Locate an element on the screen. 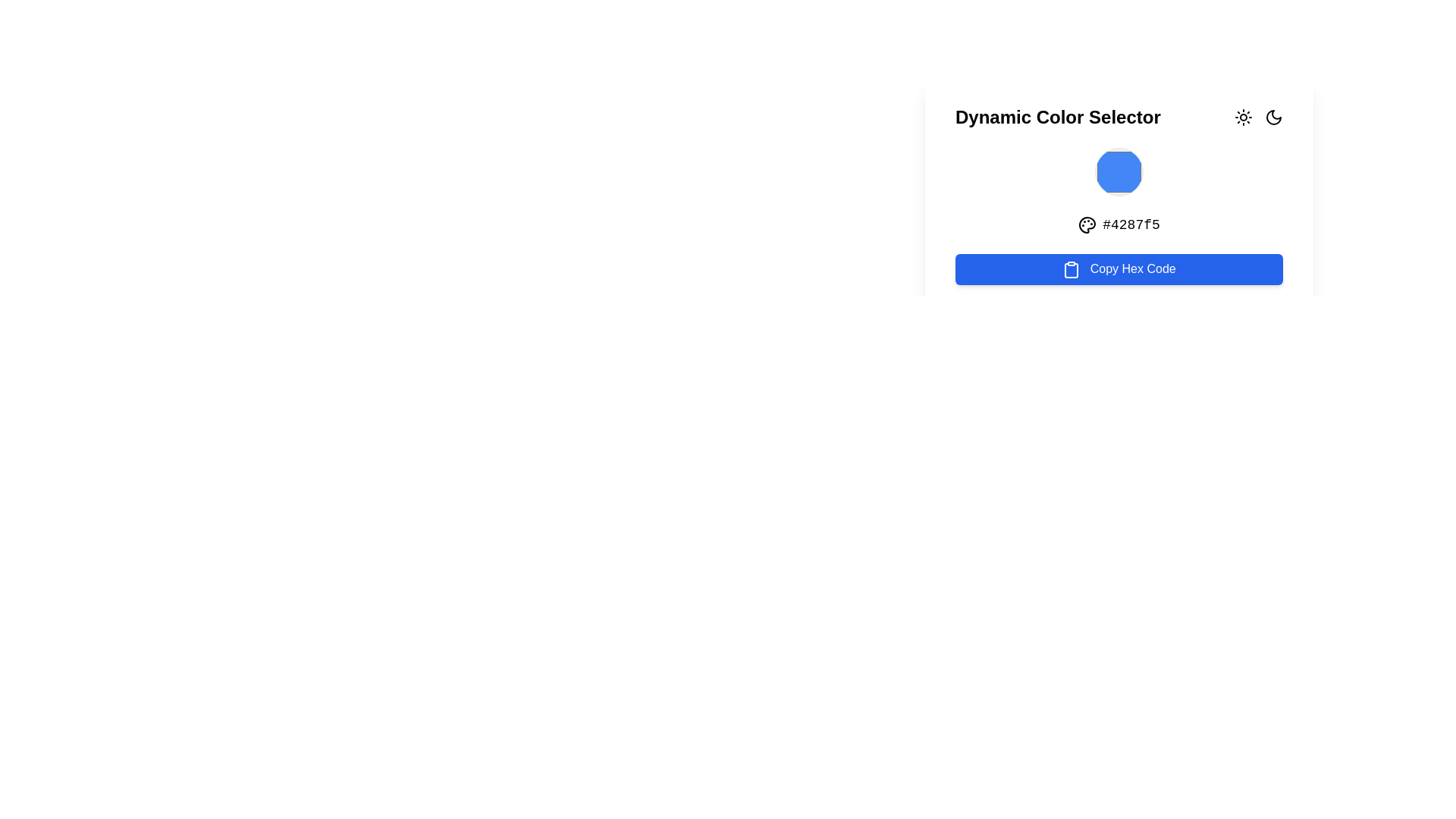  the crescent moon SVG icon next to the 'Dynamic Color Selector' text label is located at coordinates (1274, 116).